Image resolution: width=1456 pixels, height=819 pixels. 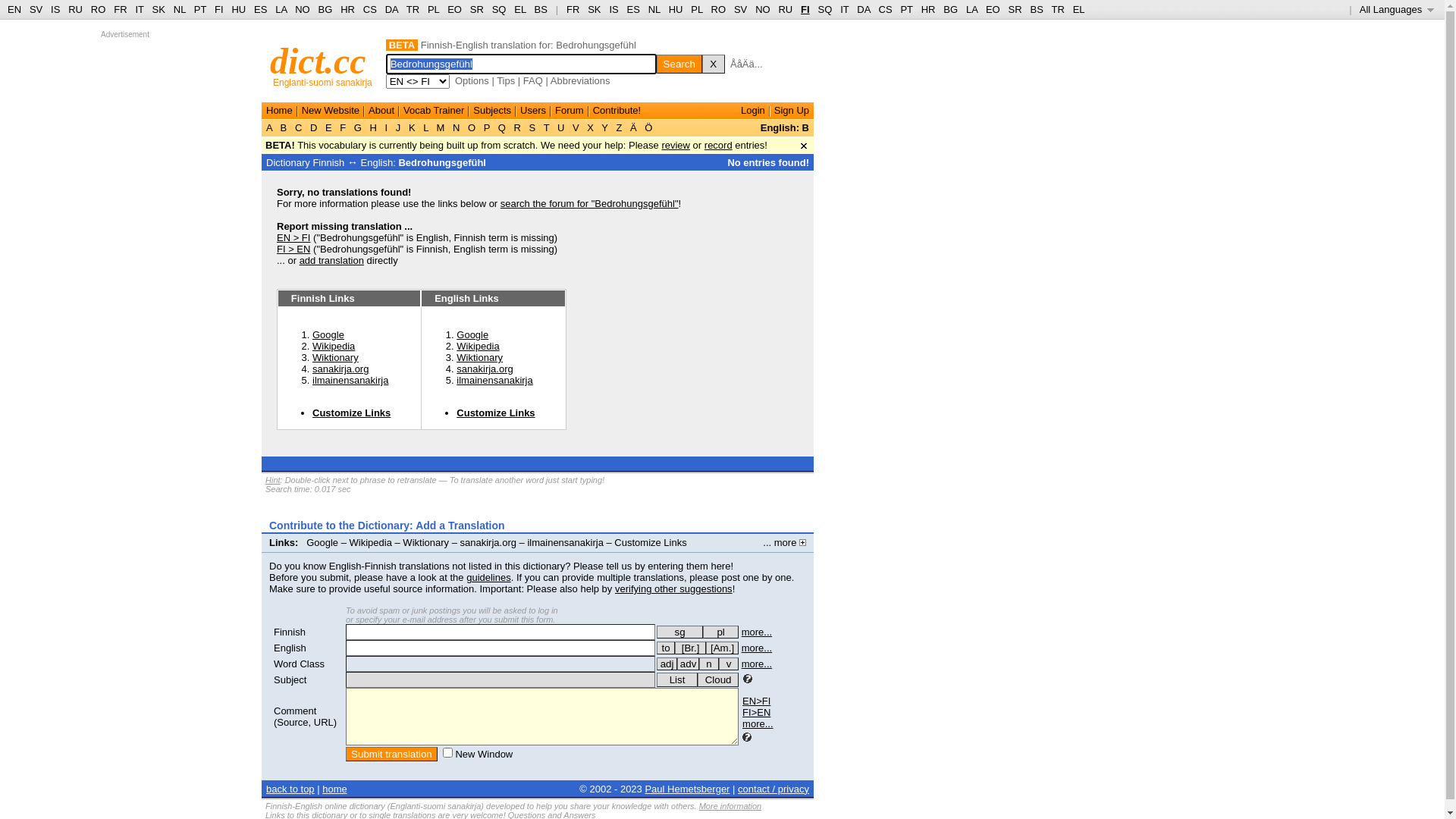 What do you see at coordinates (112, 9) in the screenshot?
I see `'FR'` at bounding box center [112, 9].